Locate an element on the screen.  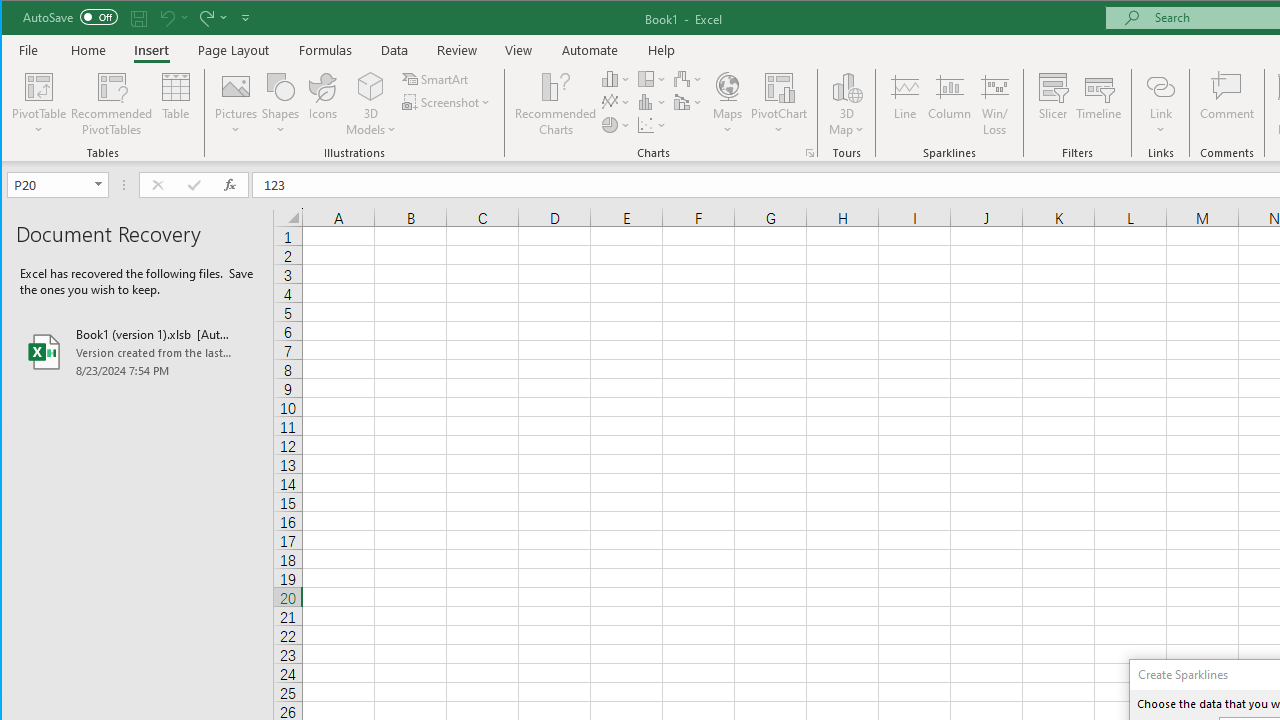
'Insert Waterfall, Funnel, Stock, Surface, or Radar Chart' is located at coordinates (688, 78).